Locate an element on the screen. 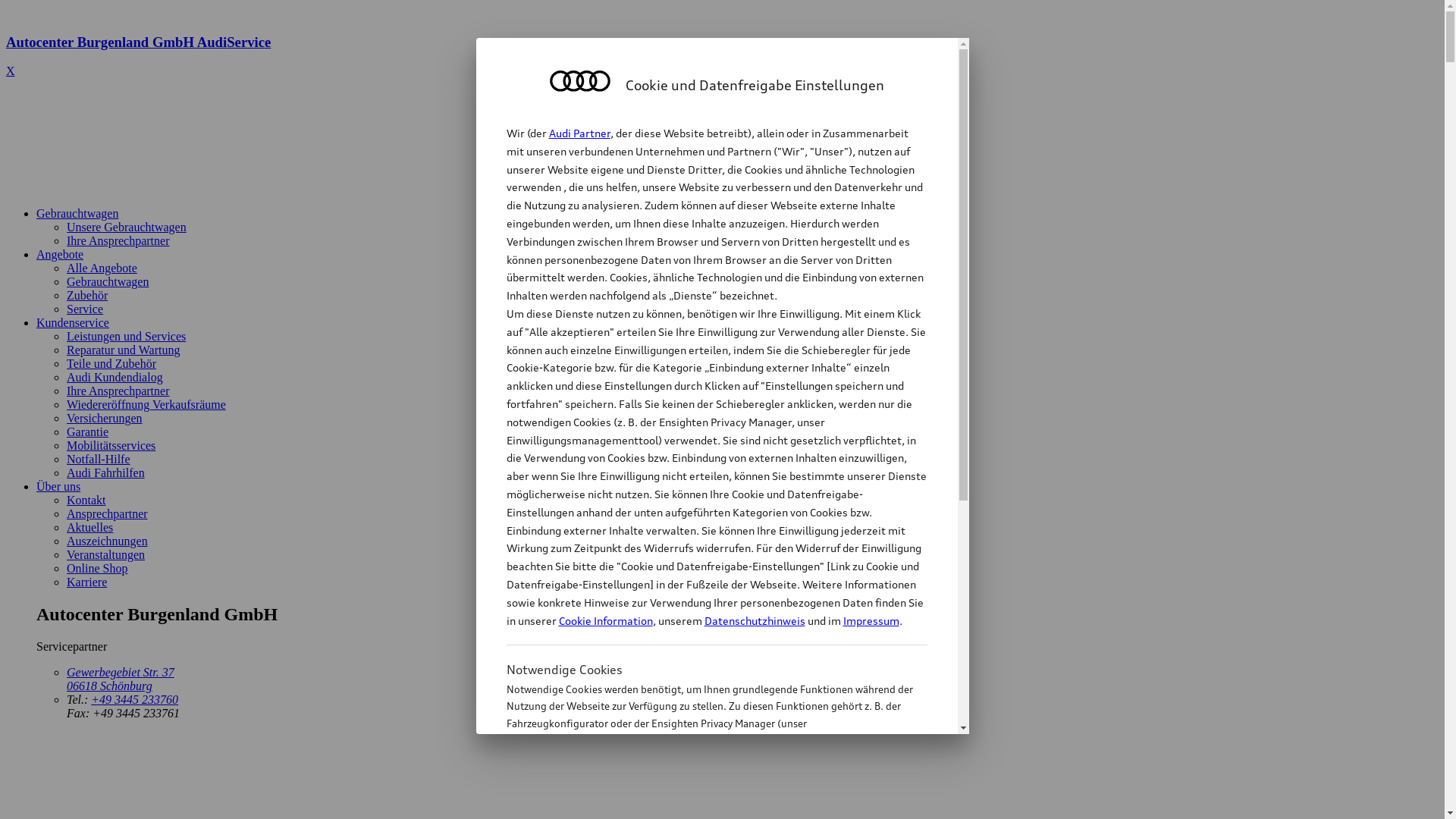 This screenshot has width=1456, height=819. 'Gebrauchtwagen' is located at coordinates (65, 281).